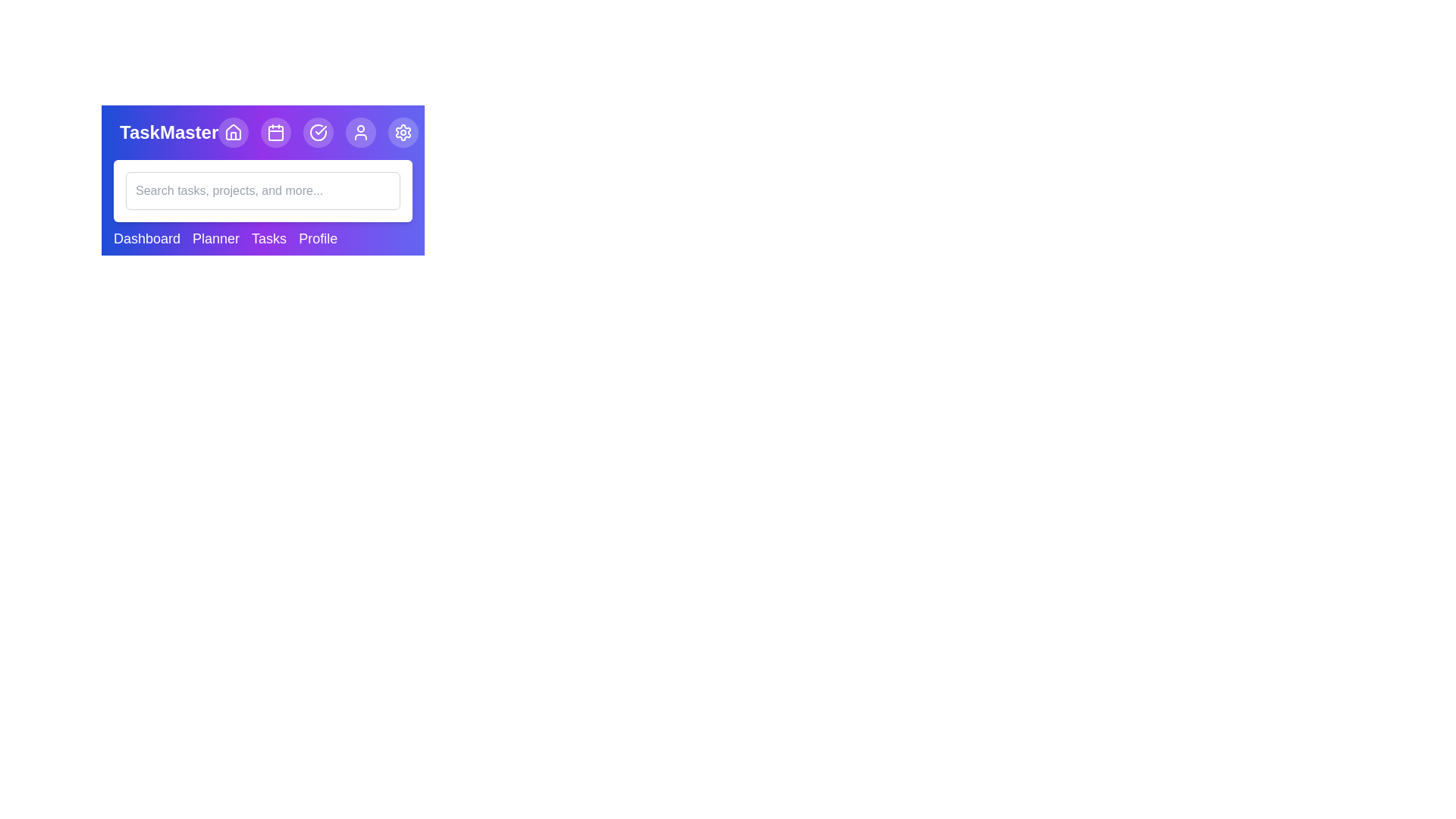  I want to click on the navigation icon corresponding to Settings, so click(403, 131).